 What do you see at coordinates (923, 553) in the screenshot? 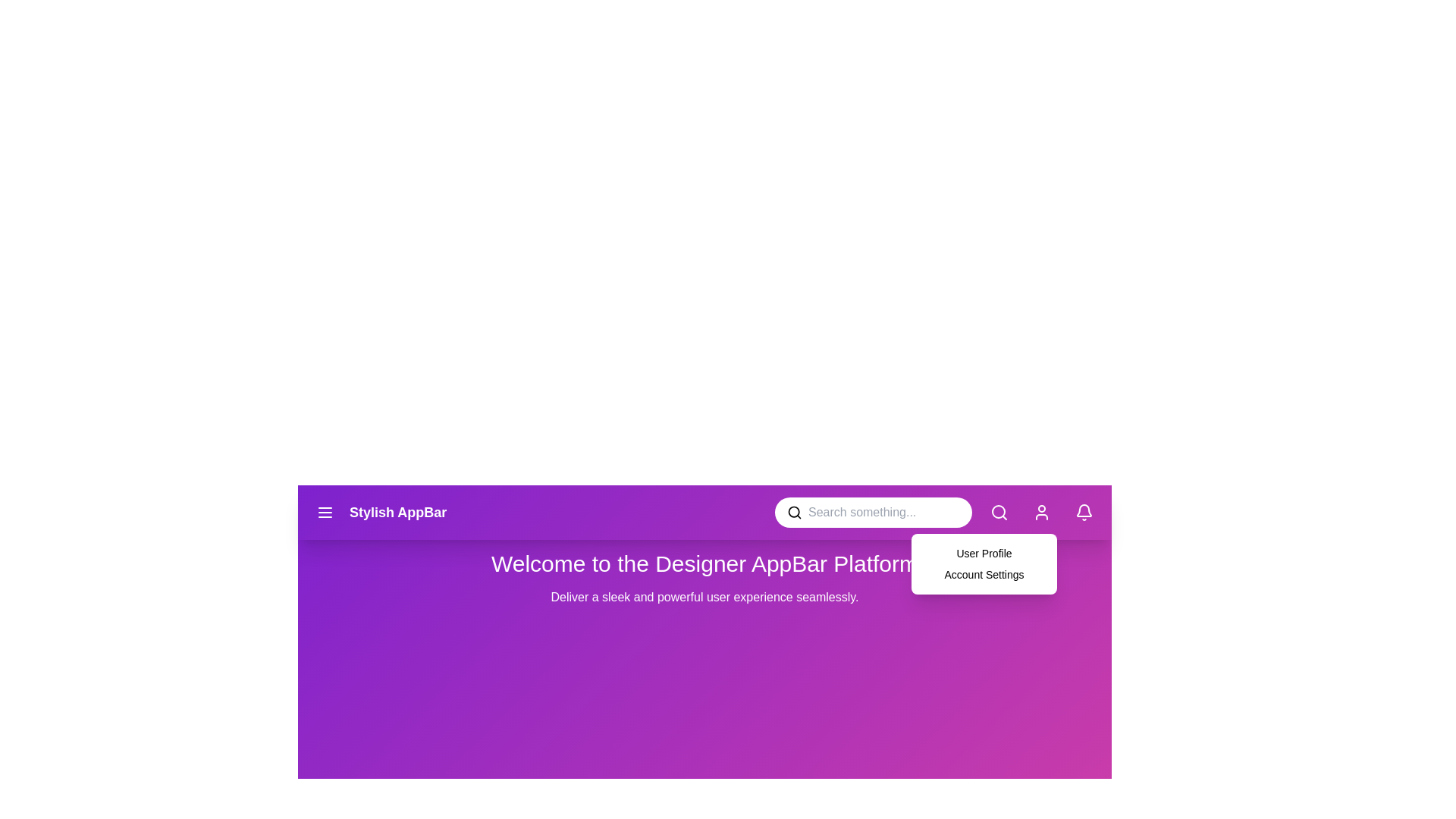
I see `the option User Profile from the dropdown menu` at bounding box center [923, 553].